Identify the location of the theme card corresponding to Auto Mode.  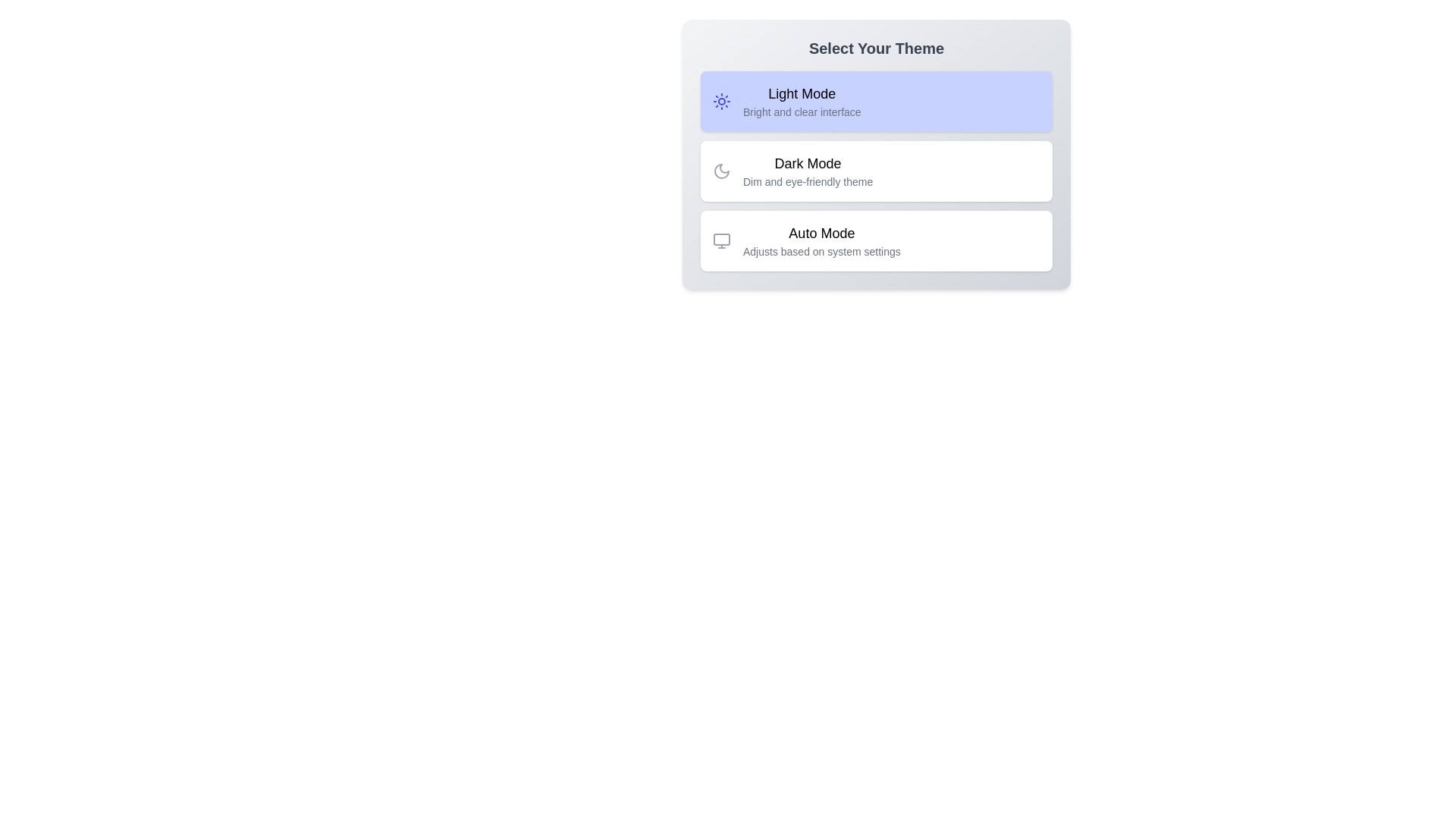
(877, 240).